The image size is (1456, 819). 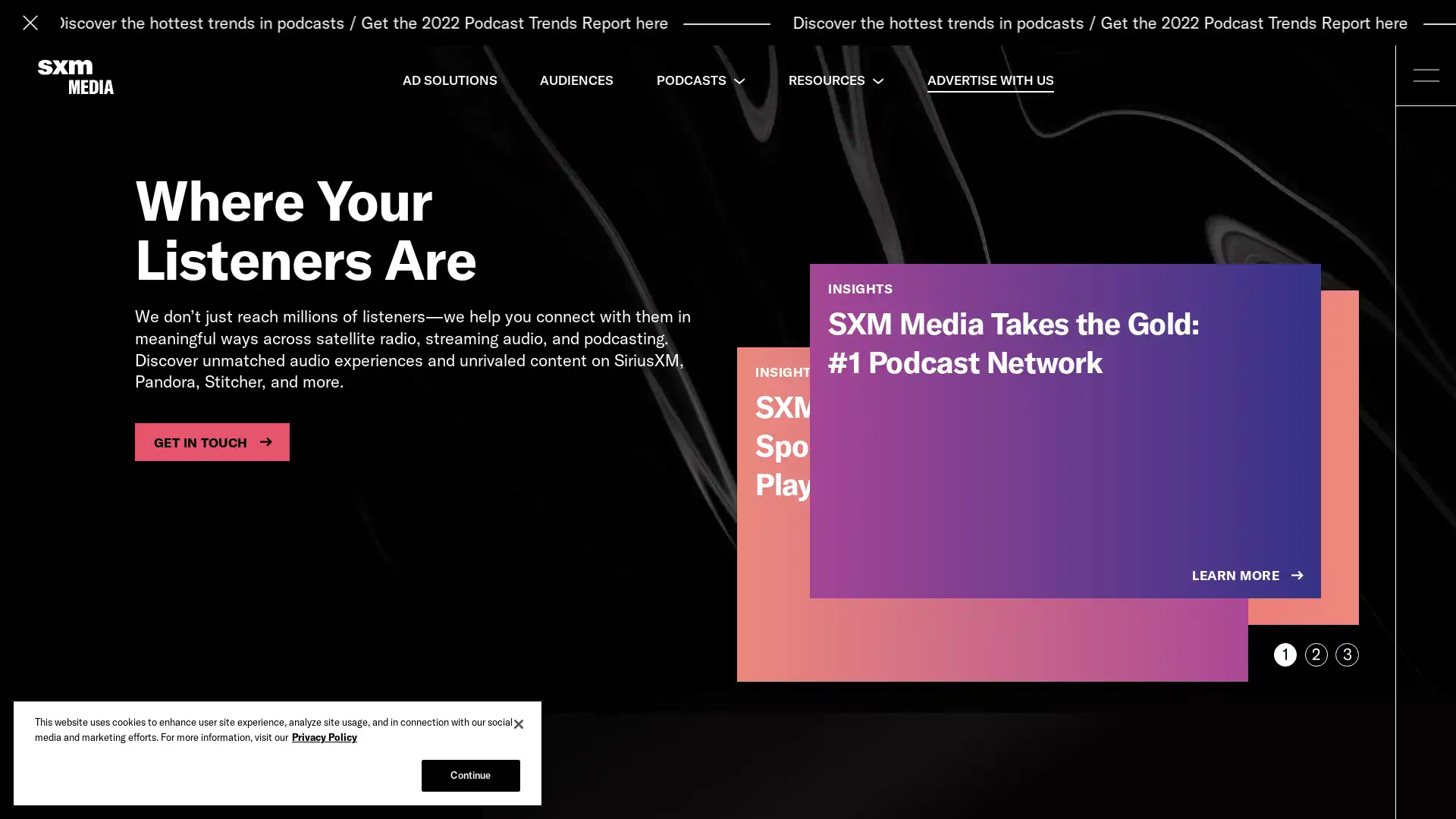 What do you see at coordinates (469, 775) in the screenshot?
I see `Continue` at bounding box center [469, 775].